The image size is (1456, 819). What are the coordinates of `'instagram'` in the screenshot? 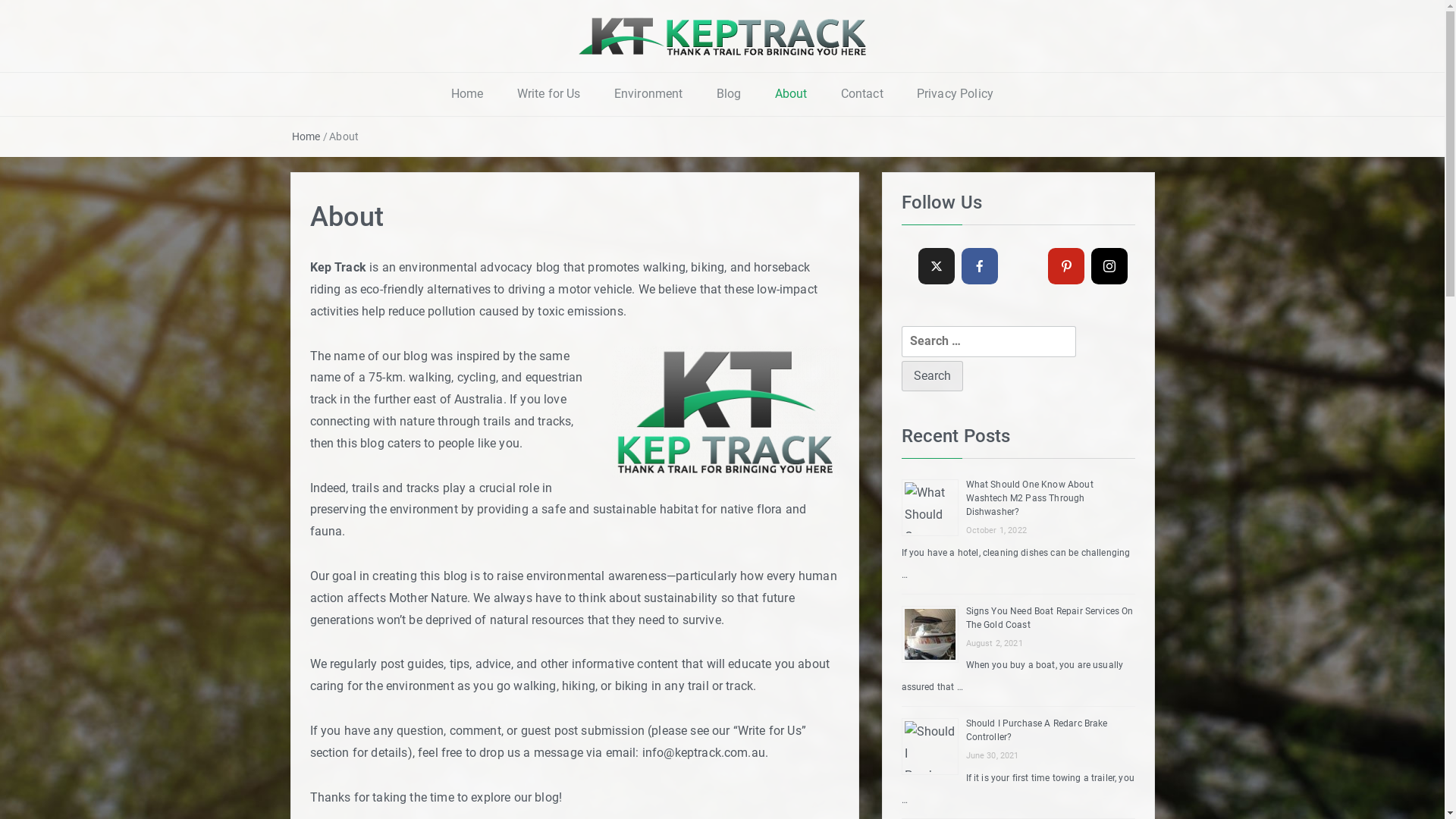 It's located at (1109, 265).